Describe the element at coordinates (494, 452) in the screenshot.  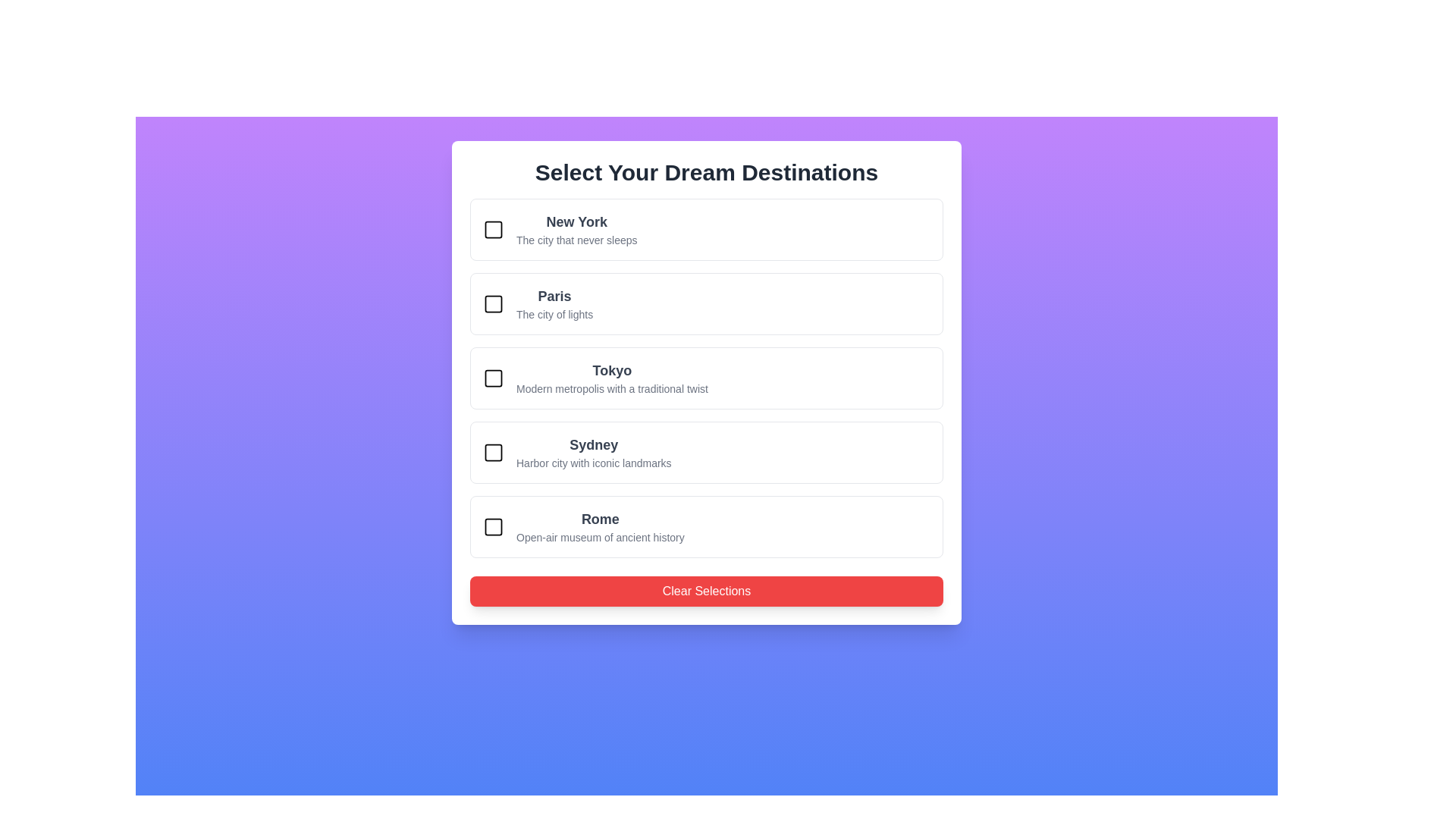
I see `the city Sydney by clicking on its checkbox or card` at that location.